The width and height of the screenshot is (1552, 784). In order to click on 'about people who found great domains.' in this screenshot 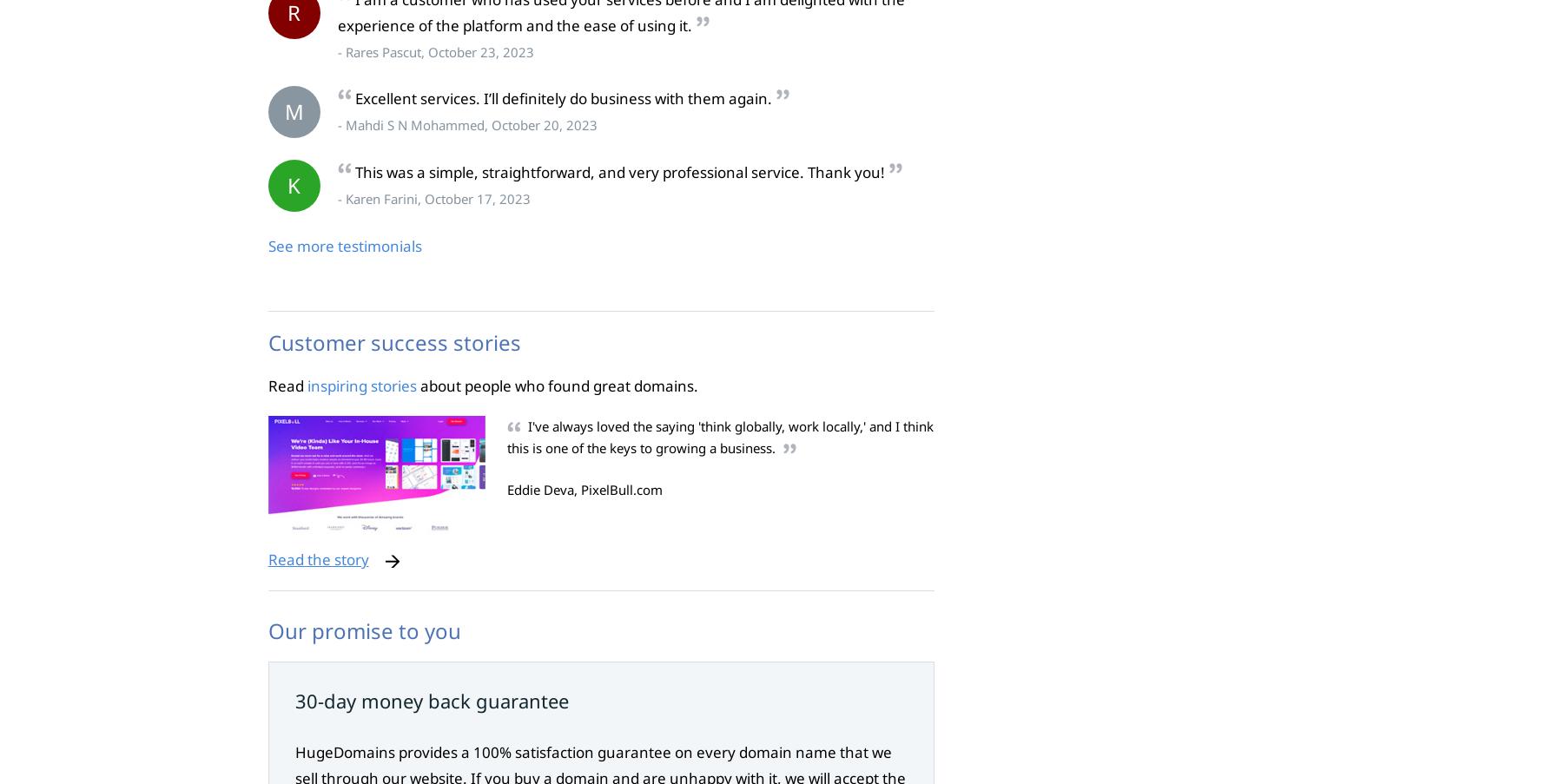, I will do `click(555, 384)`.